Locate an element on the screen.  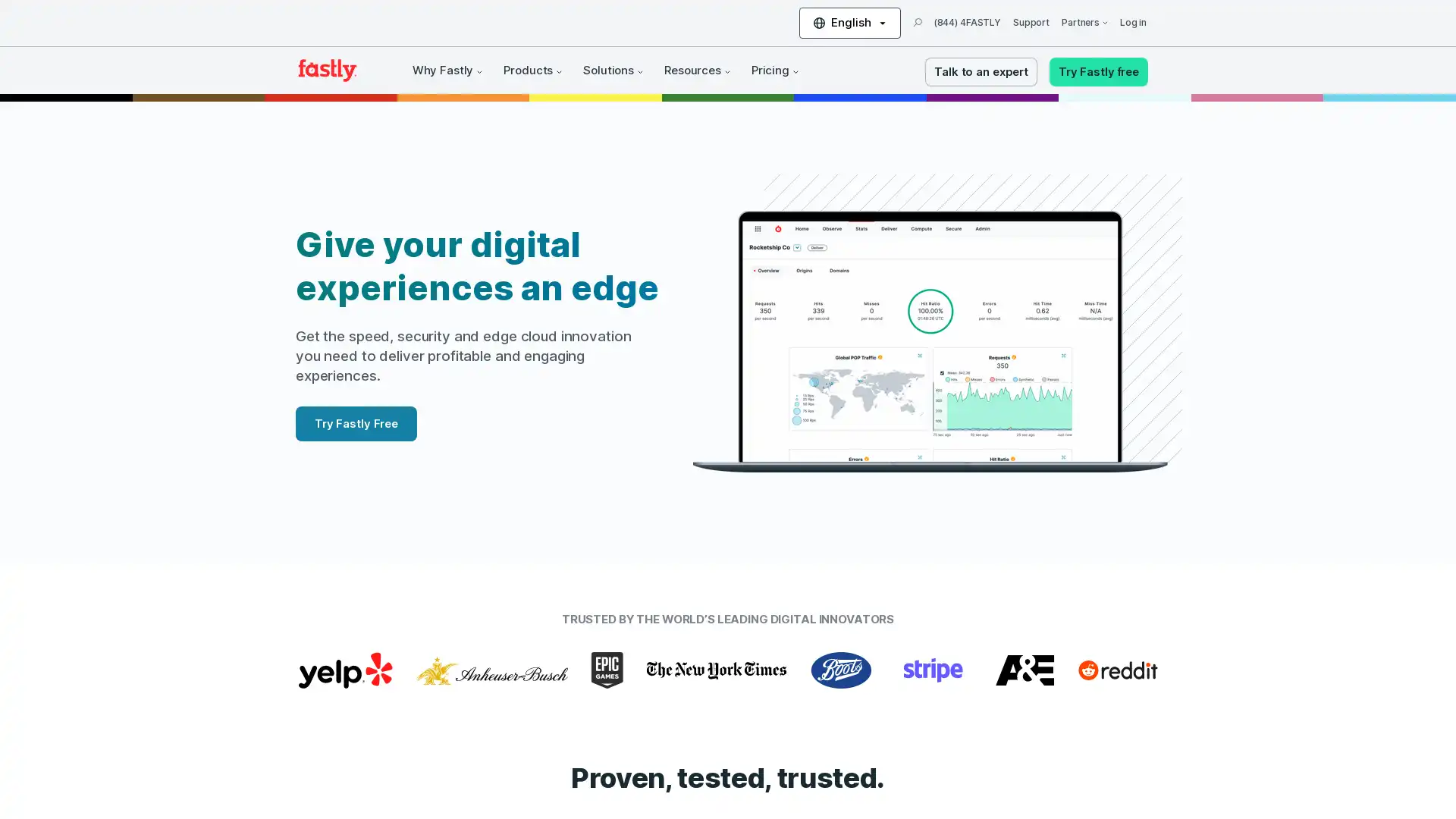
Yes is located at coordinates (154, 721).